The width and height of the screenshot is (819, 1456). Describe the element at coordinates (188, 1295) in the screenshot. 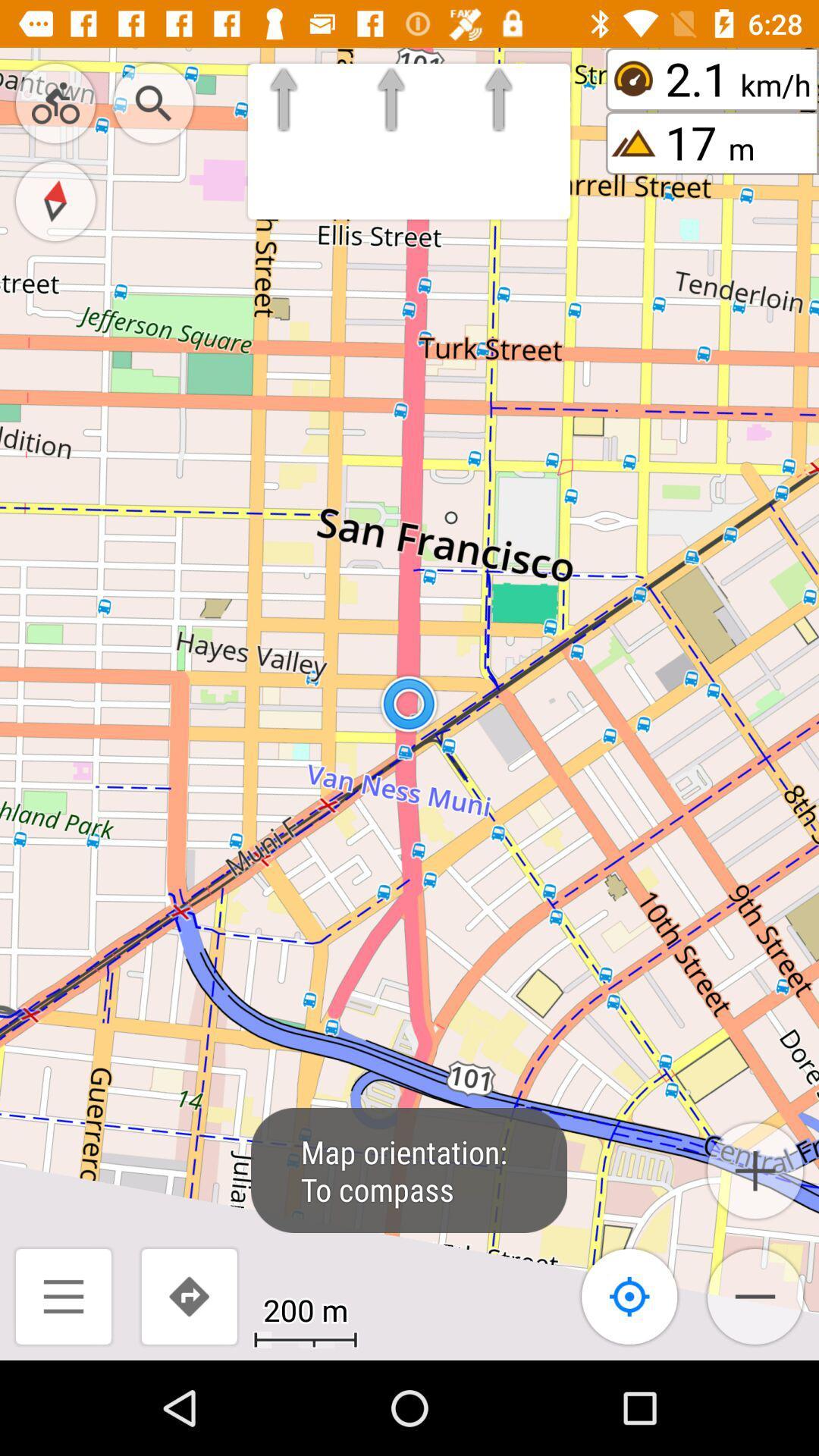

I see `the redo icon` at that location.